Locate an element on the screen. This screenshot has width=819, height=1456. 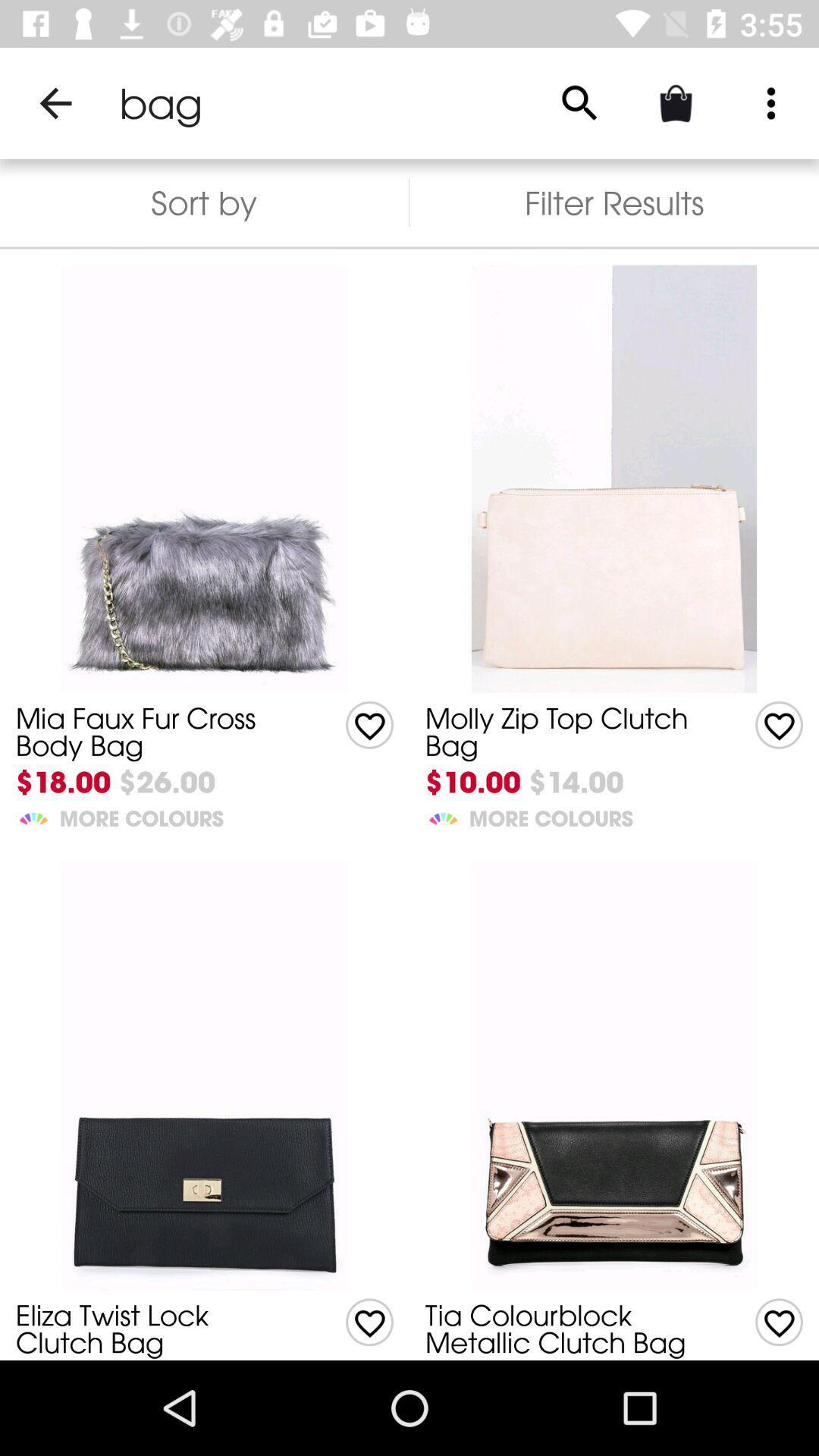
the icon above the $10.00 icon is located at coordinates (566, 732).